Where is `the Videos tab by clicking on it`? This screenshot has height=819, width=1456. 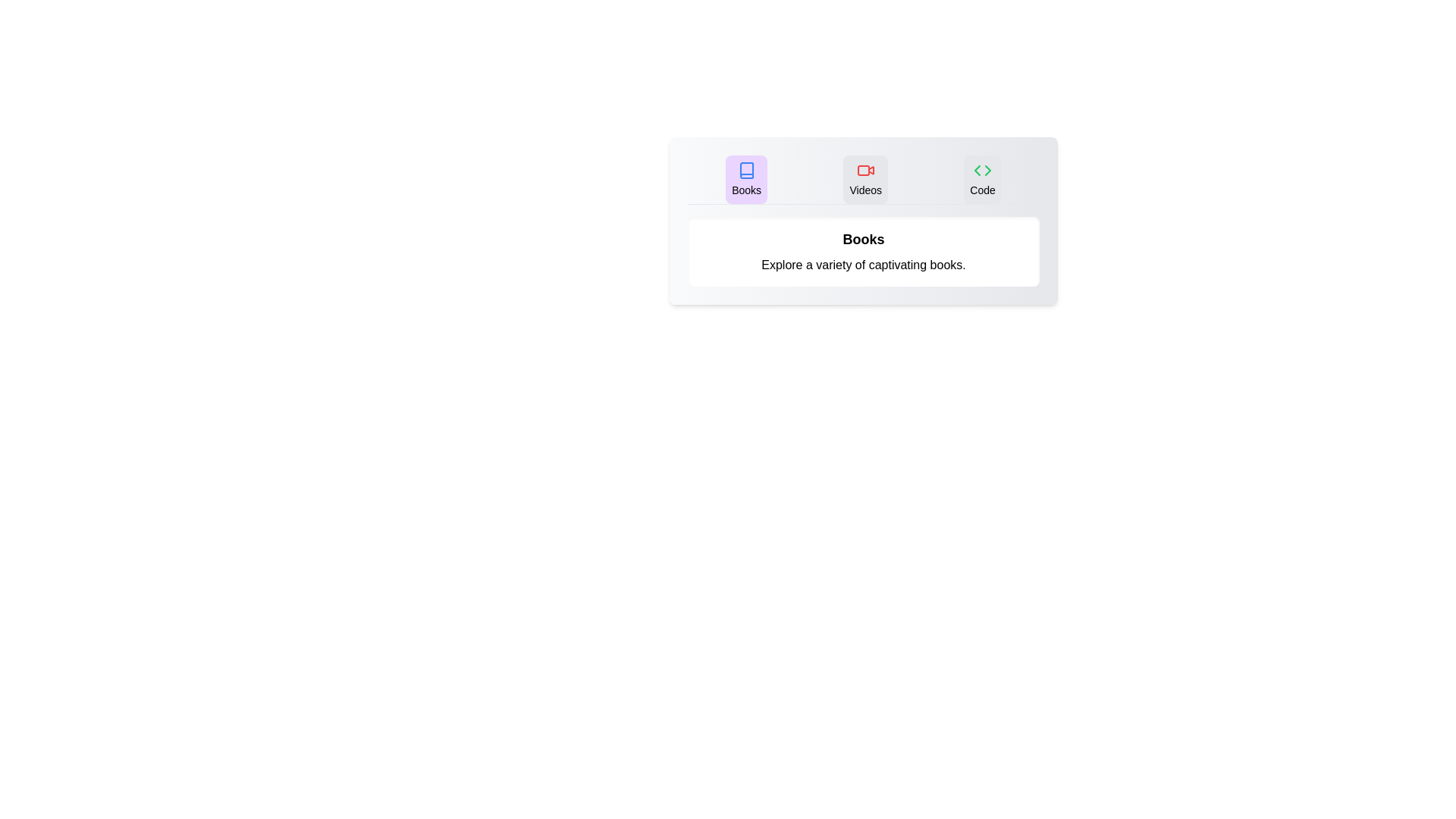 the Videos tab by clicking on it is located at coordinates (865, 178).